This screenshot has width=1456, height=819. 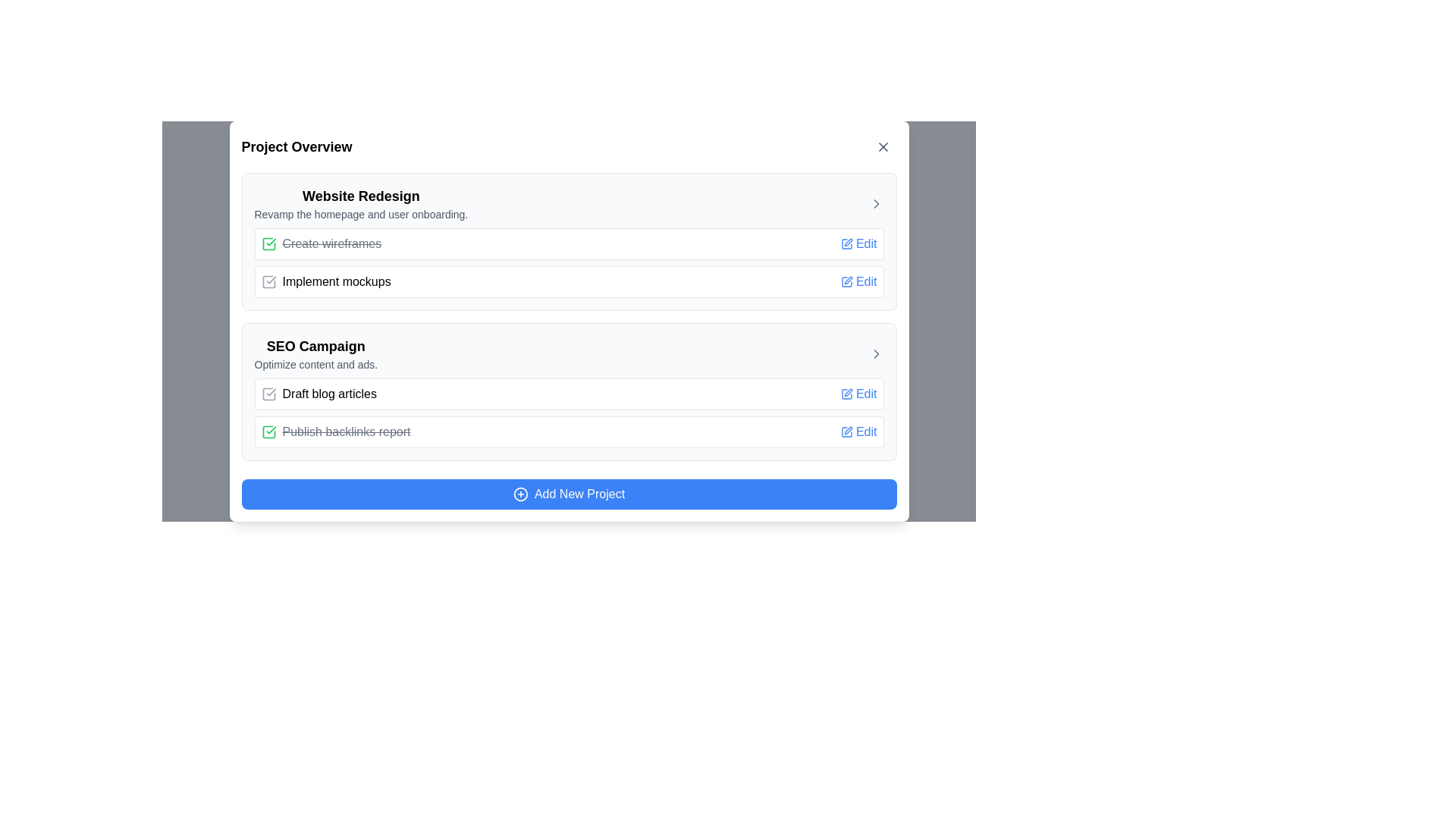 What do you see at coordinates (858, 432) in the screenshot?
I see `the 'Edit' text link styled in blue with an accompanying pen icon to underline it` at bounding box center [858, 432].